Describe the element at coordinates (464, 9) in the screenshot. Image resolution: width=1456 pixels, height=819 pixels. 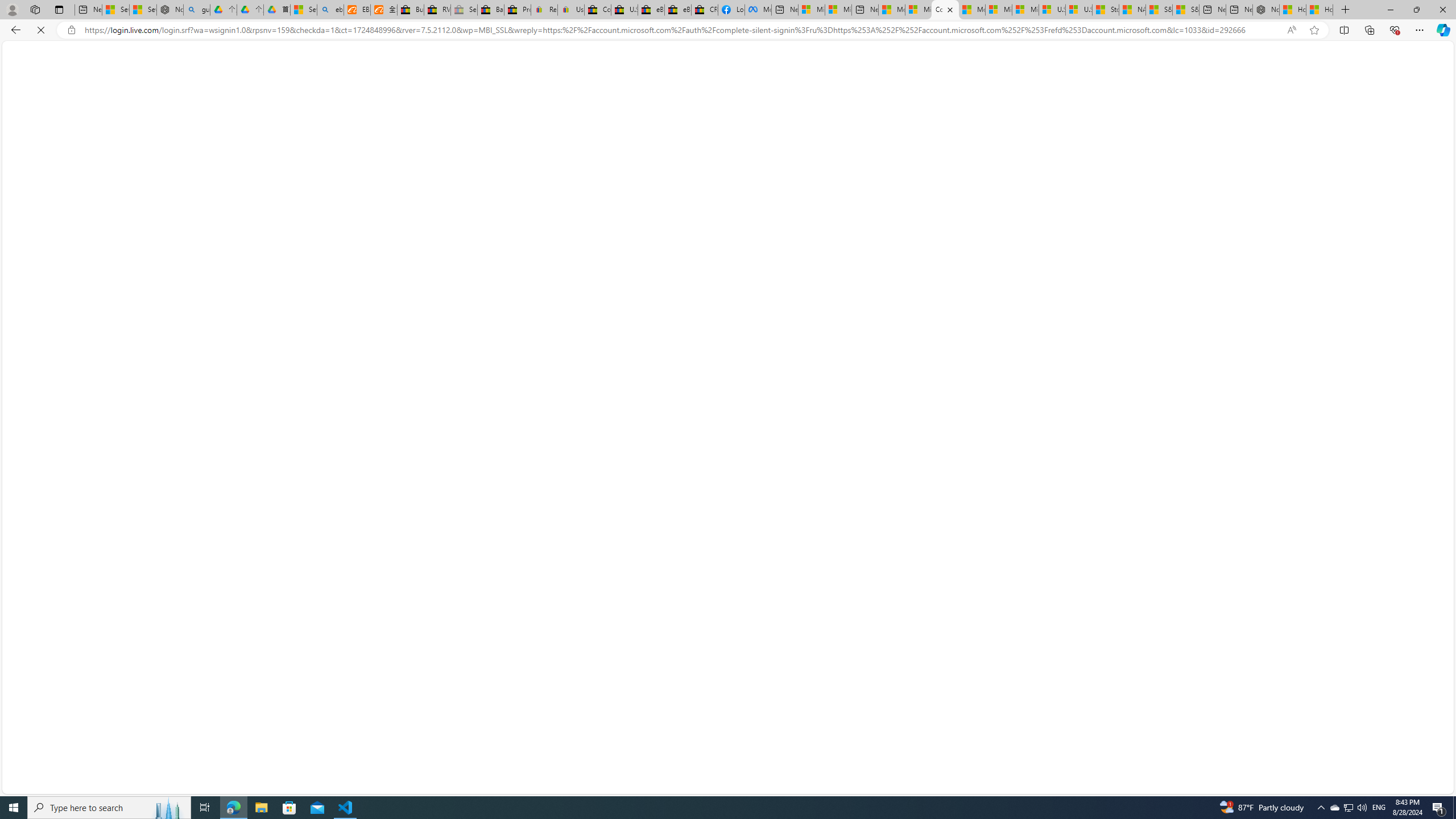
I see `'Sell worldwide with eBay - Sleeping'` at that location.